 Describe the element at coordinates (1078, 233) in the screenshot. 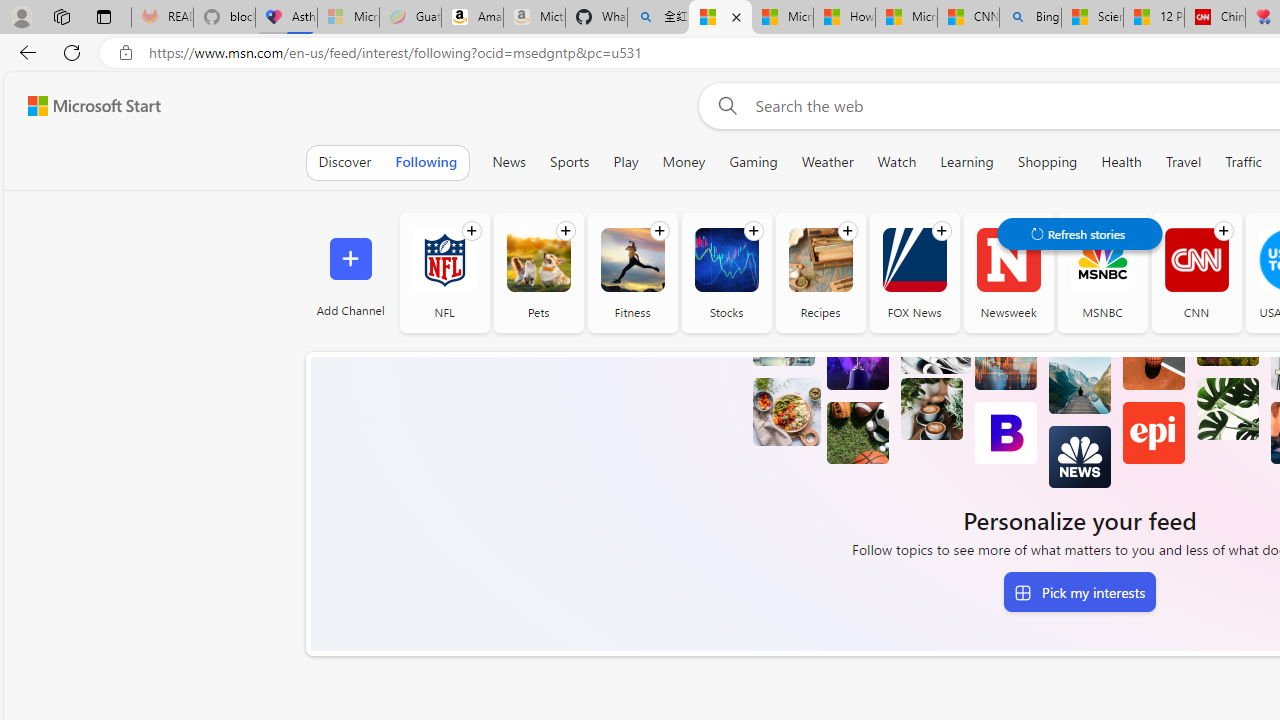

I see `'Class: control'` at that location.